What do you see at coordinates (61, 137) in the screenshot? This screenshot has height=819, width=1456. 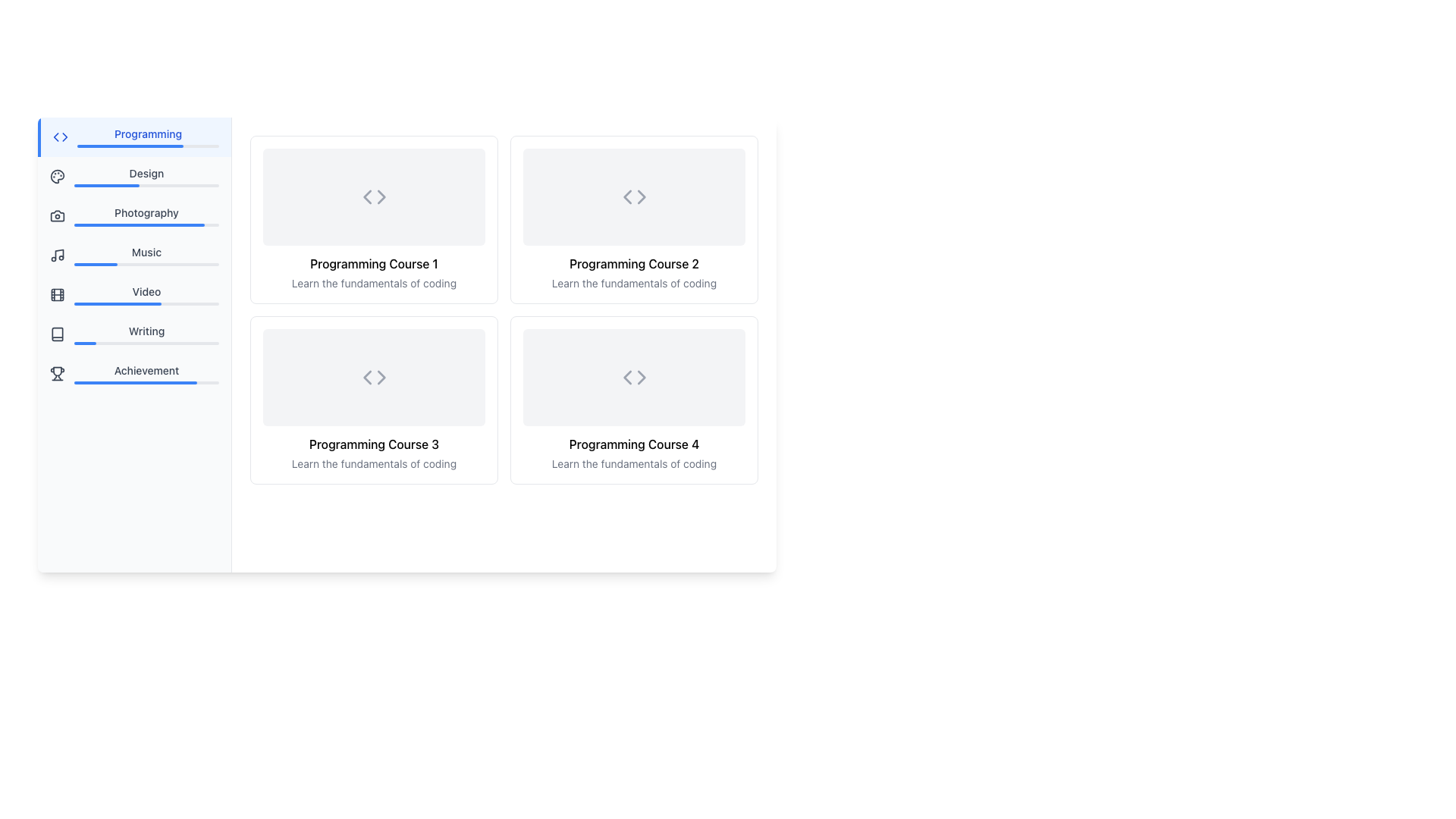 I see `the SVG graphic element representing the 'Programming' section in the navigation sidebar, located directly to the left of the text 'Programming'` at bounding box center [61, 137].